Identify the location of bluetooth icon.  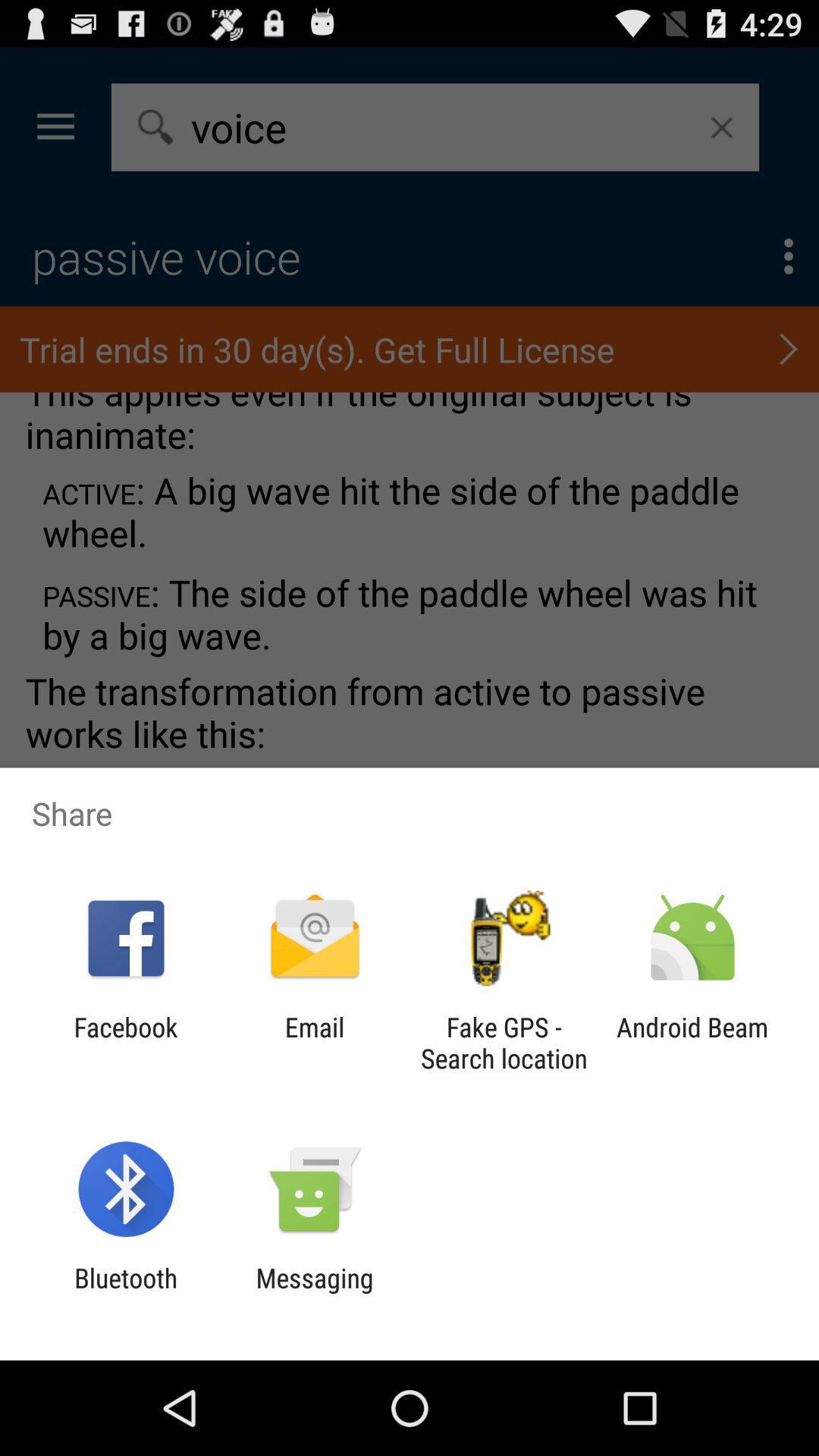
(125, 1293).